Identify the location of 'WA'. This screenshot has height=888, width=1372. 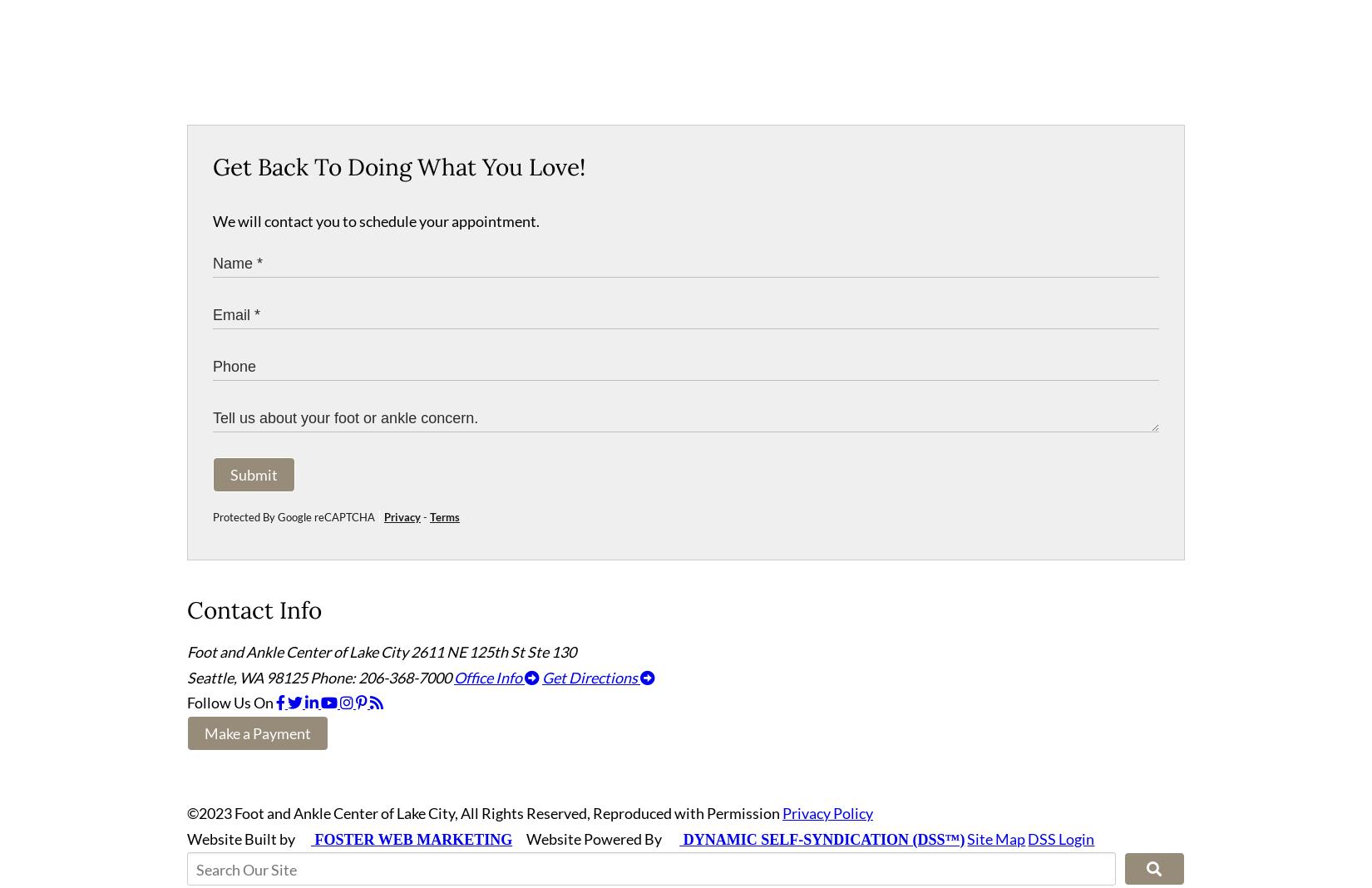
(251, 683).